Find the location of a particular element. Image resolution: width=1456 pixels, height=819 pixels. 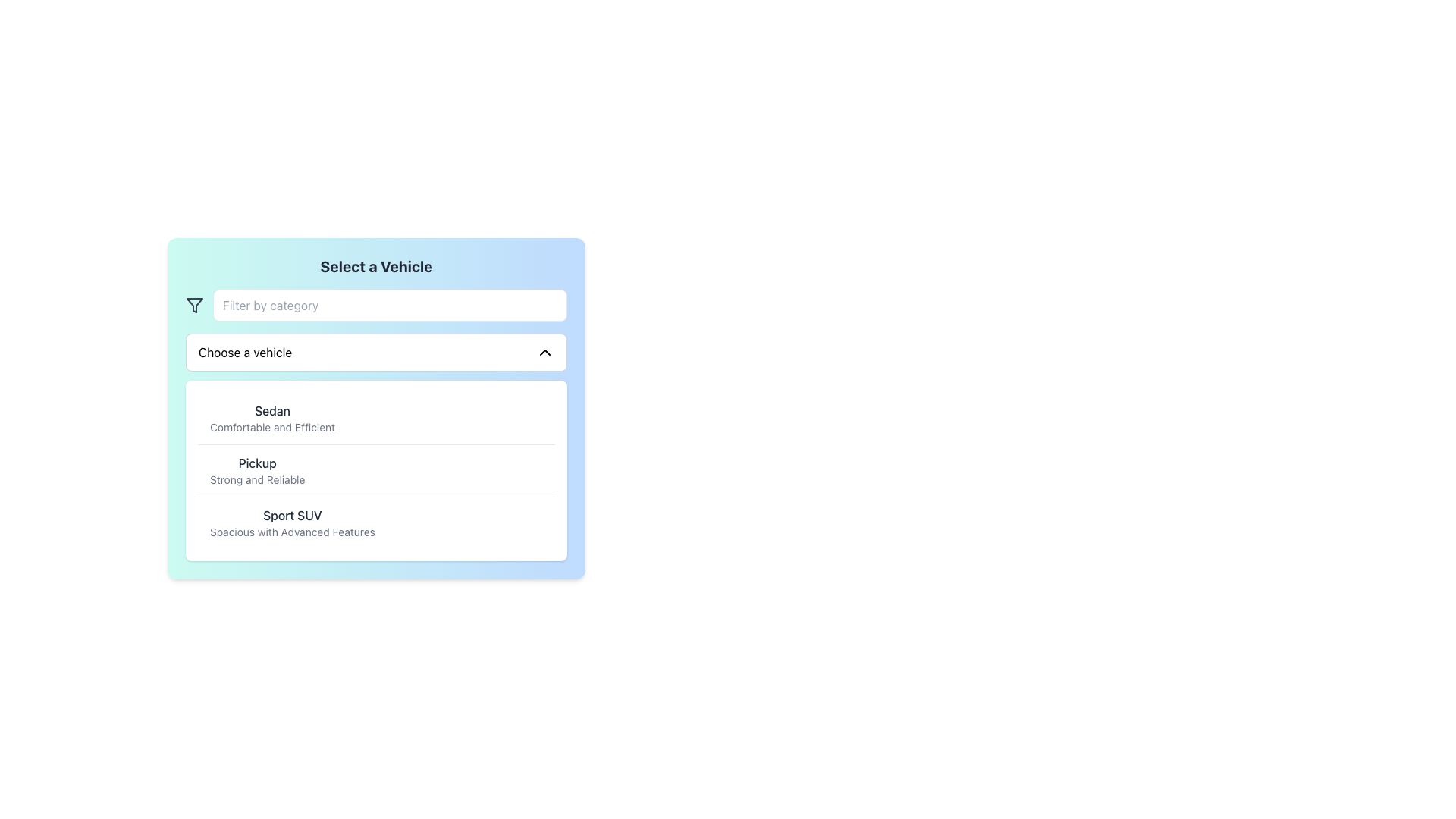

text label displaying 'Sedan', which is the first text element in the group under the heading 'Choose a vehicle' is located at coordinates (272, 411).